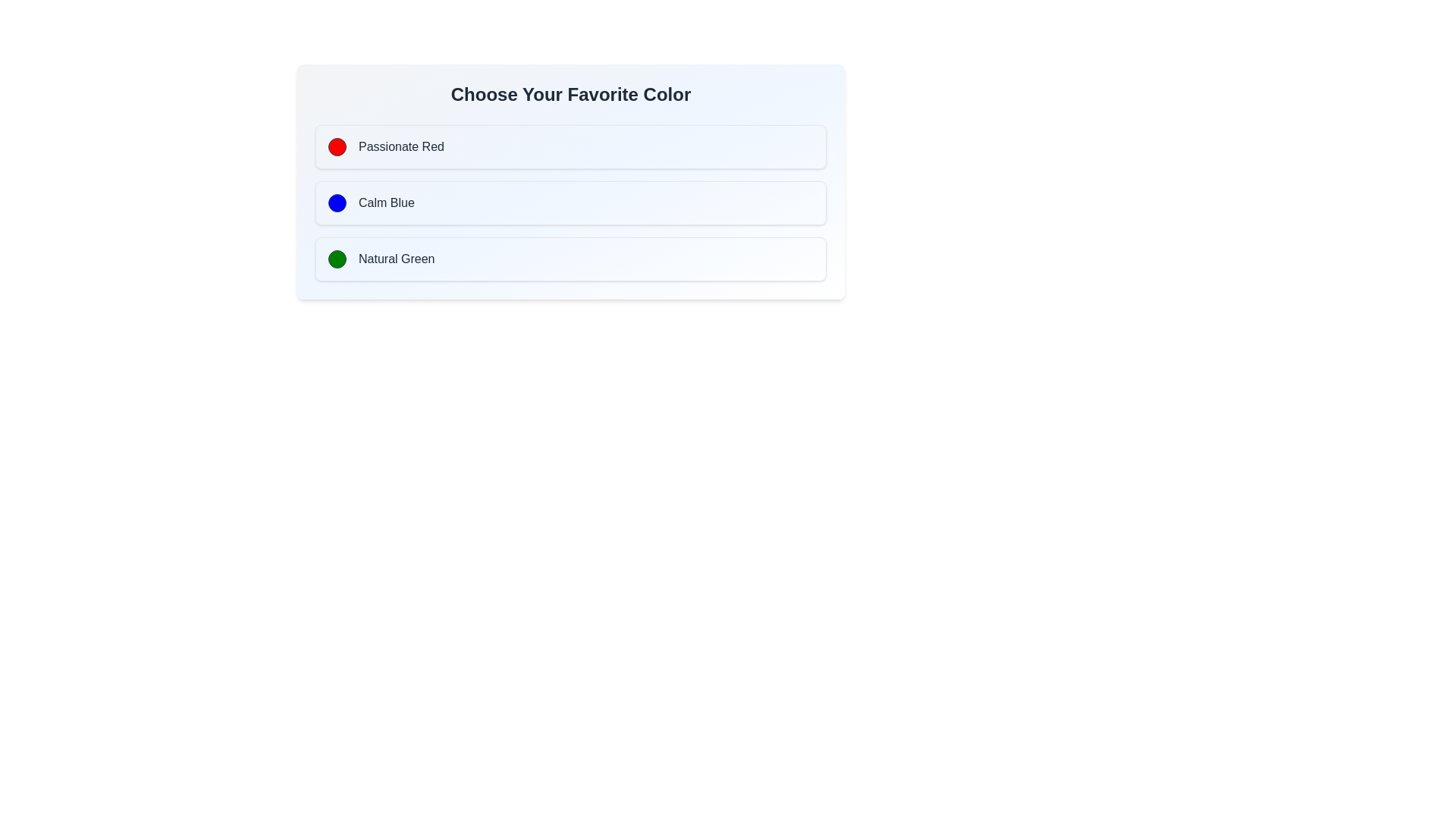  What do you see at coordinates (386, 202) in the screenshot?
I see `the 'Calm Blue' text label located in the second row beneath 'Choose Your Favorite Color', positioned between 'Passionate Red' and 'Natural Green'` at bounding box center [386, 202].